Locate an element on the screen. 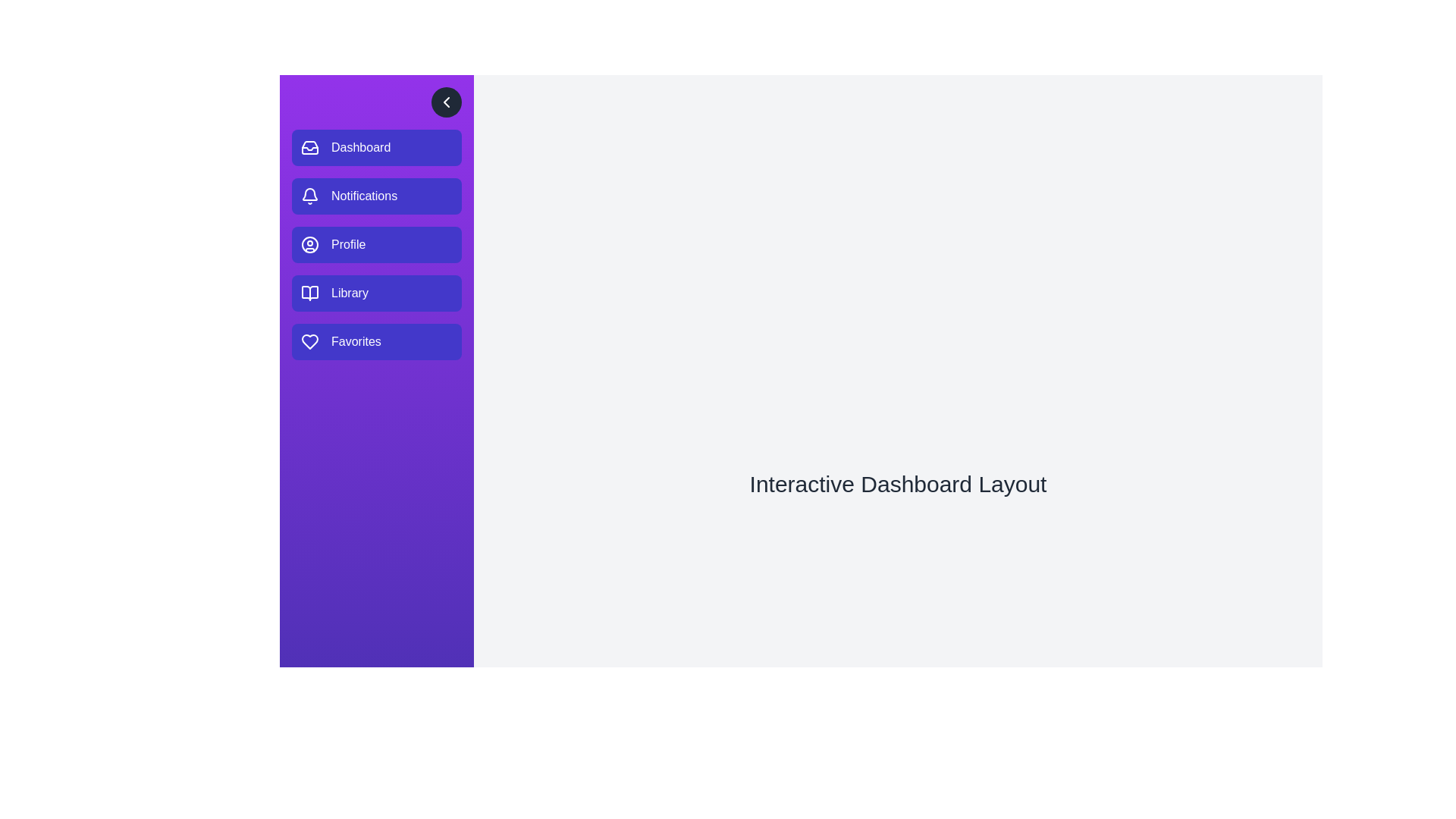 Image resolution: width=1456 pixels, height=819 pixels. the menu item labeled Profile is located at coordinates (377, 244).